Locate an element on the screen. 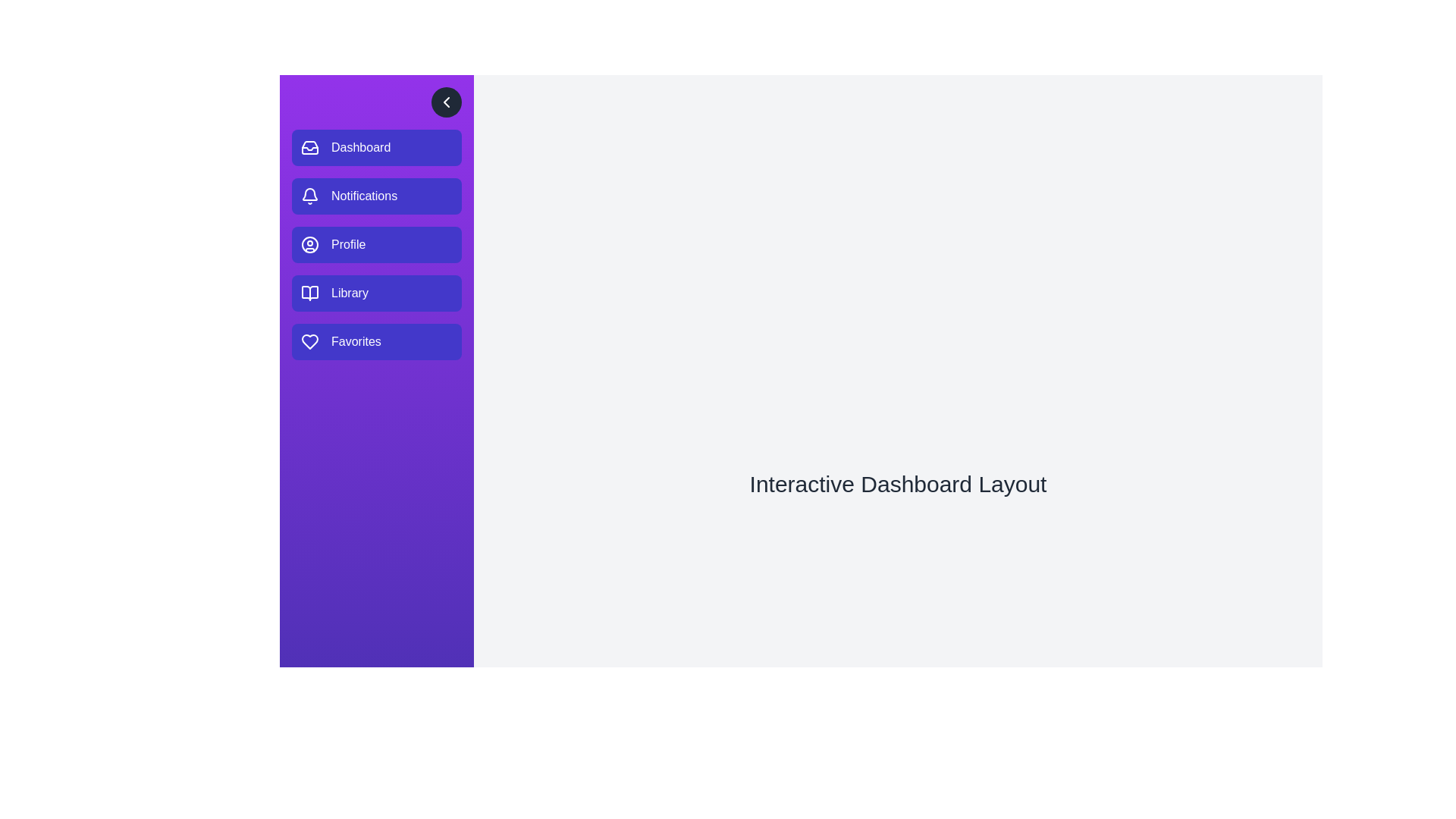 Image resolution: width=1456 pixels, height=819 pixels. the menu item labeled Profile is located at coordinates (377, 244).